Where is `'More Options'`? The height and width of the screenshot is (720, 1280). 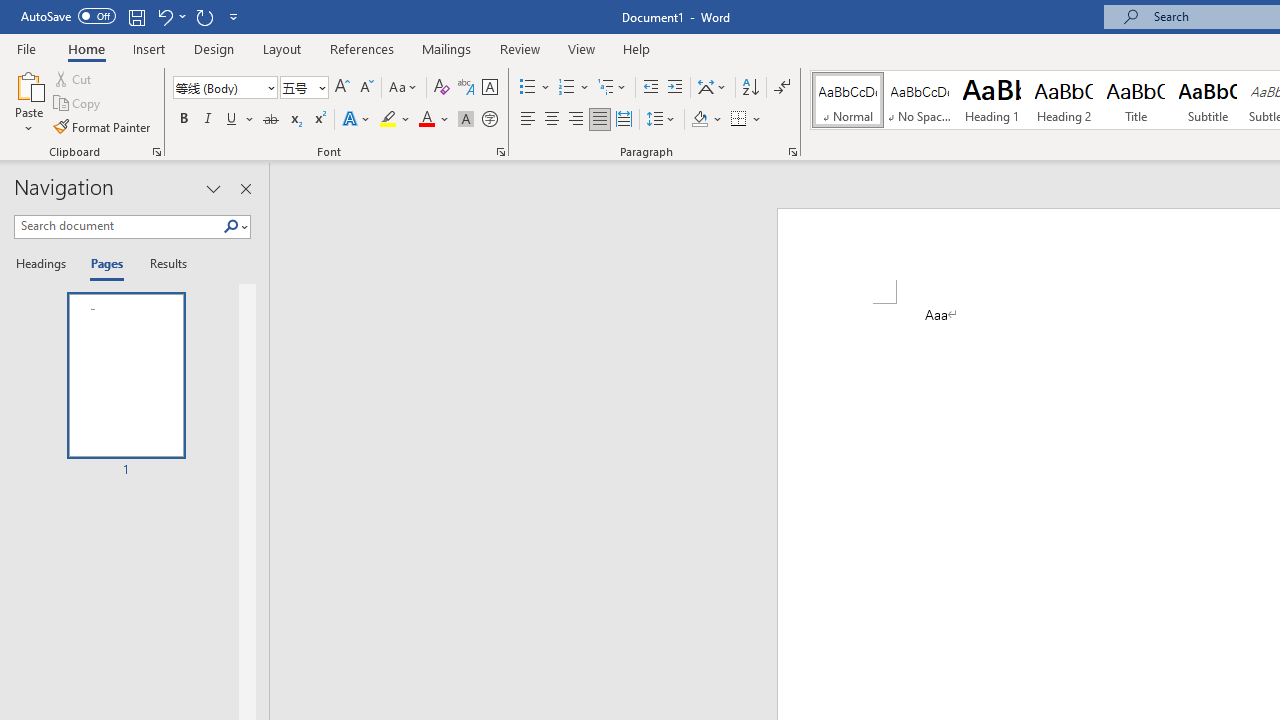 'More Options' is located at coordinates (756, 119).